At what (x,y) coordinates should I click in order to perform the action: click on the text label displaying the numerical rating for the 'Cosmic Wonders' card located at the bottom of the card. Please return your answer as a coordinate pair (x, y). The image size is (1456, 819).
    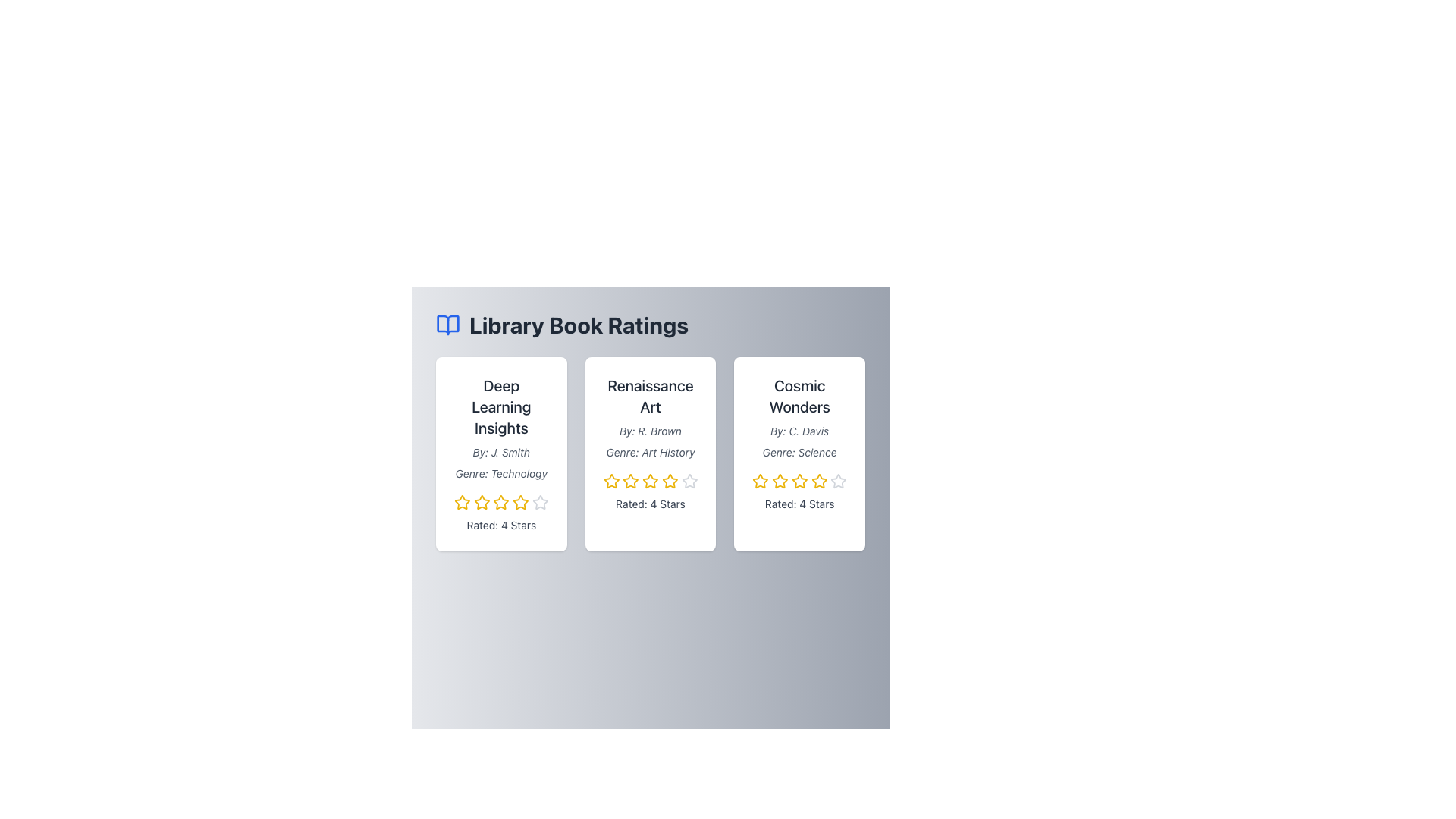
    Looking at the image, I should click on (799, 504).